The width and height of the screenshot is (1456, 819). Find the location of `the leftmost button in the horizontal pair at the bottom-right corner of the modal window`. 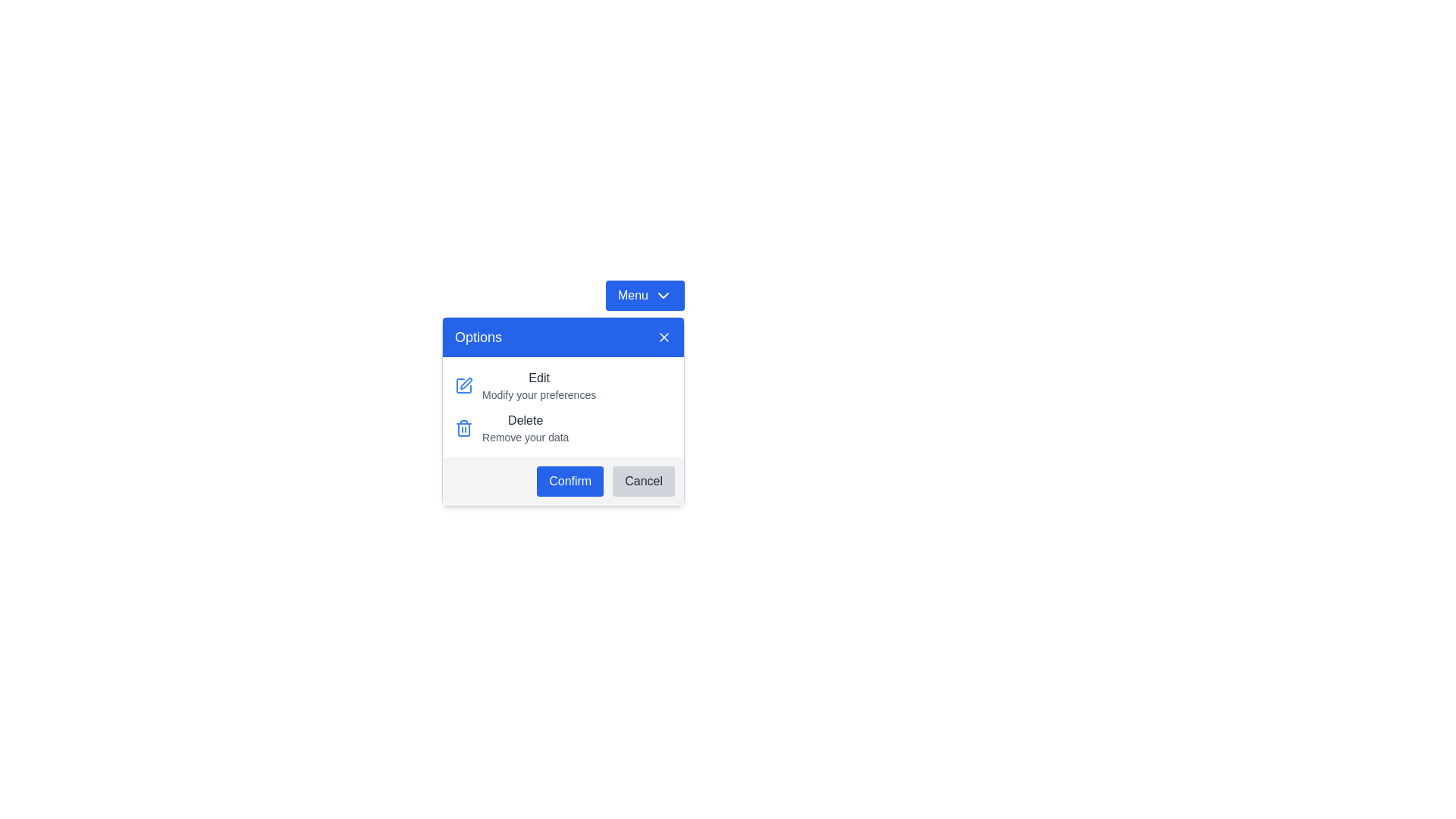

the leftmost button in the horizontal pair at the bottom-right corner of the modal window is located at coordinates (570, 482).